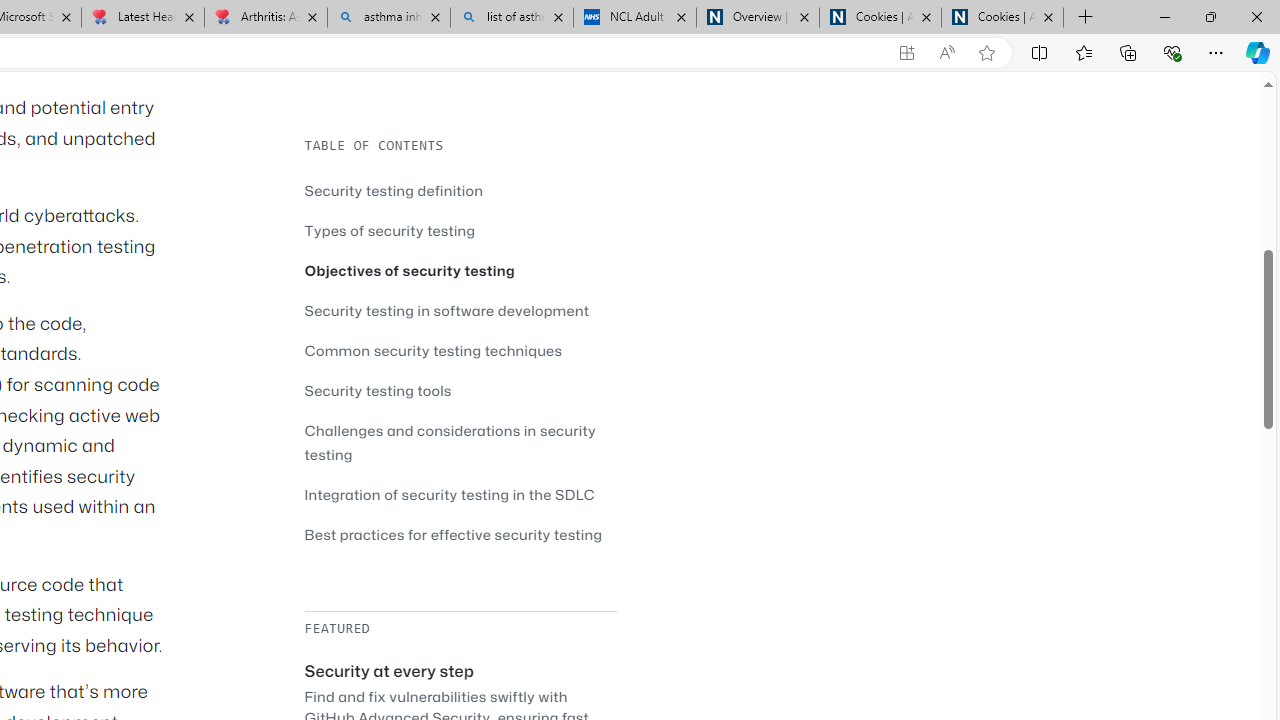  Describe the element at coordinates (449, 441) in the screenshot. I see `'Challenges and considerations in security testing'` at that location.